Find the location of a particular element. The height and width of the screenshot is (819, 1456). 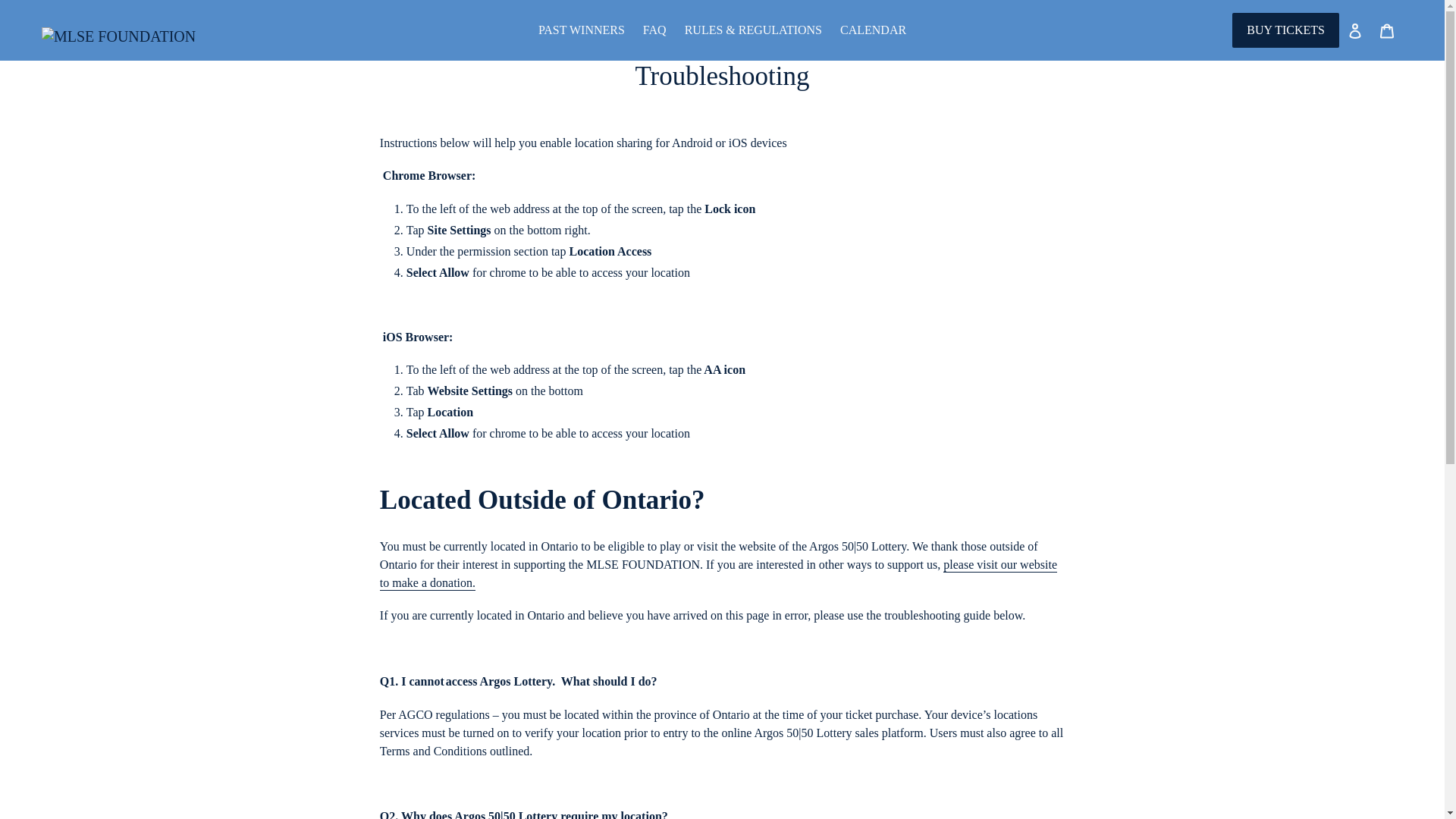

'Log in' is located at coordinates (1354, 30).